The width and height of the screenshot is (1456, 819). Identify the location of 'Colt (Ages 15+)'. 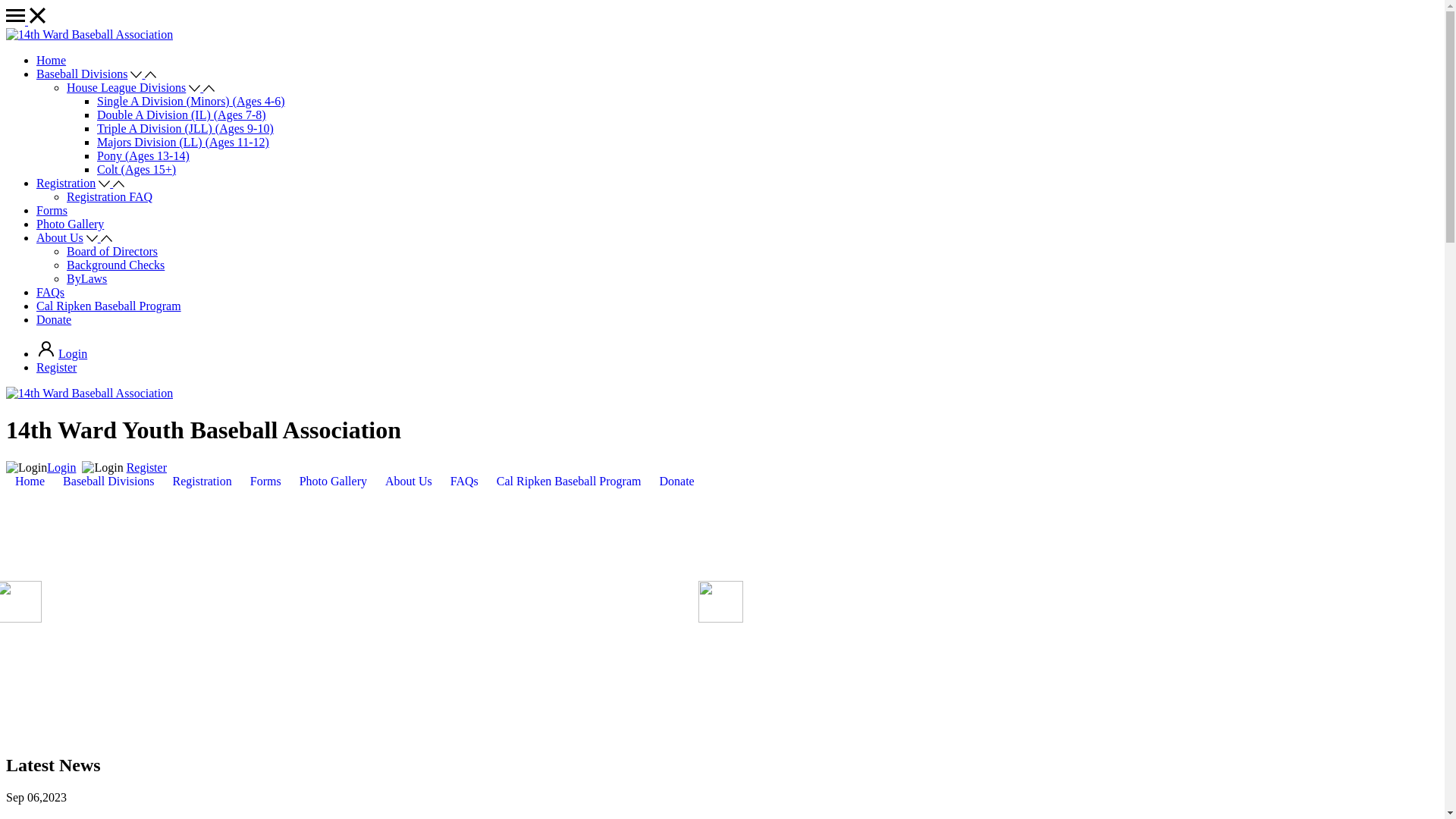
(136, 169).